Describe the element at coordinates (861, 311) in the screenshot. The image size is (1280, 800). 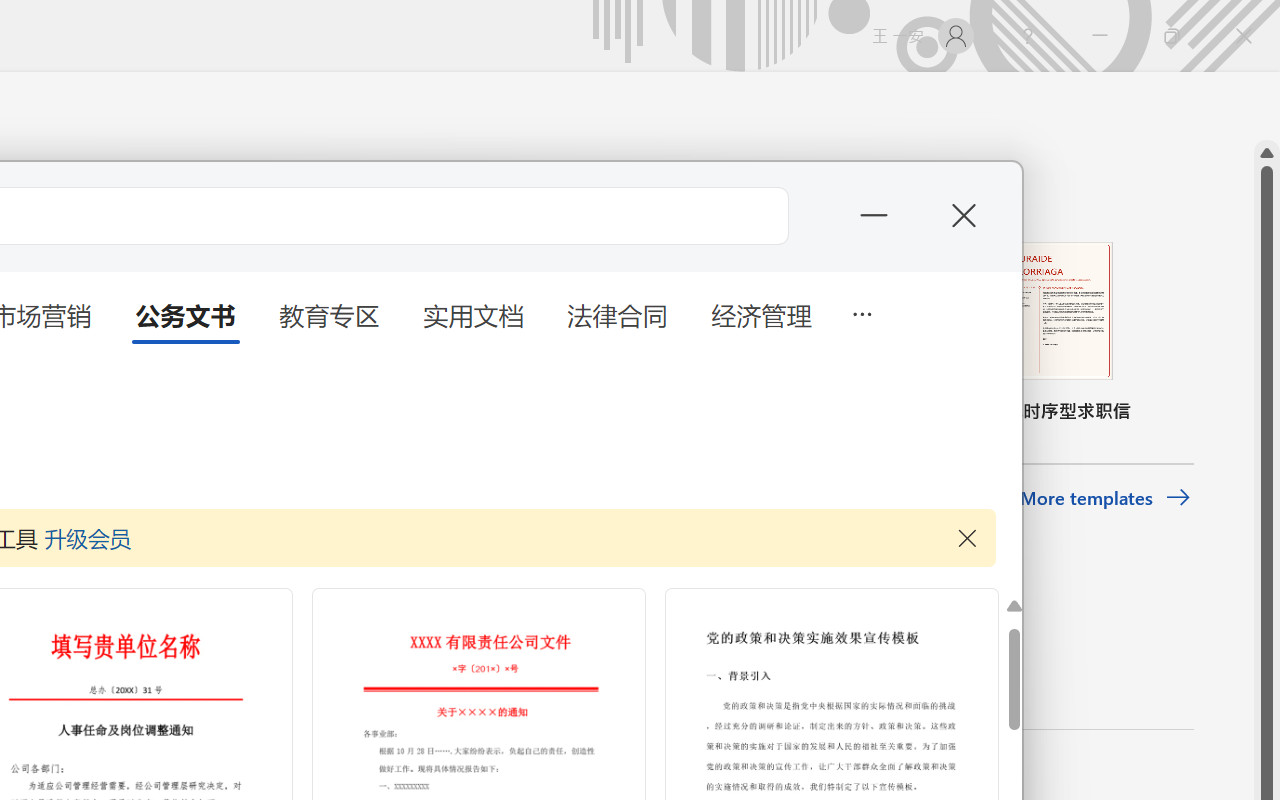
I see `'5 more tabs'` at that location.